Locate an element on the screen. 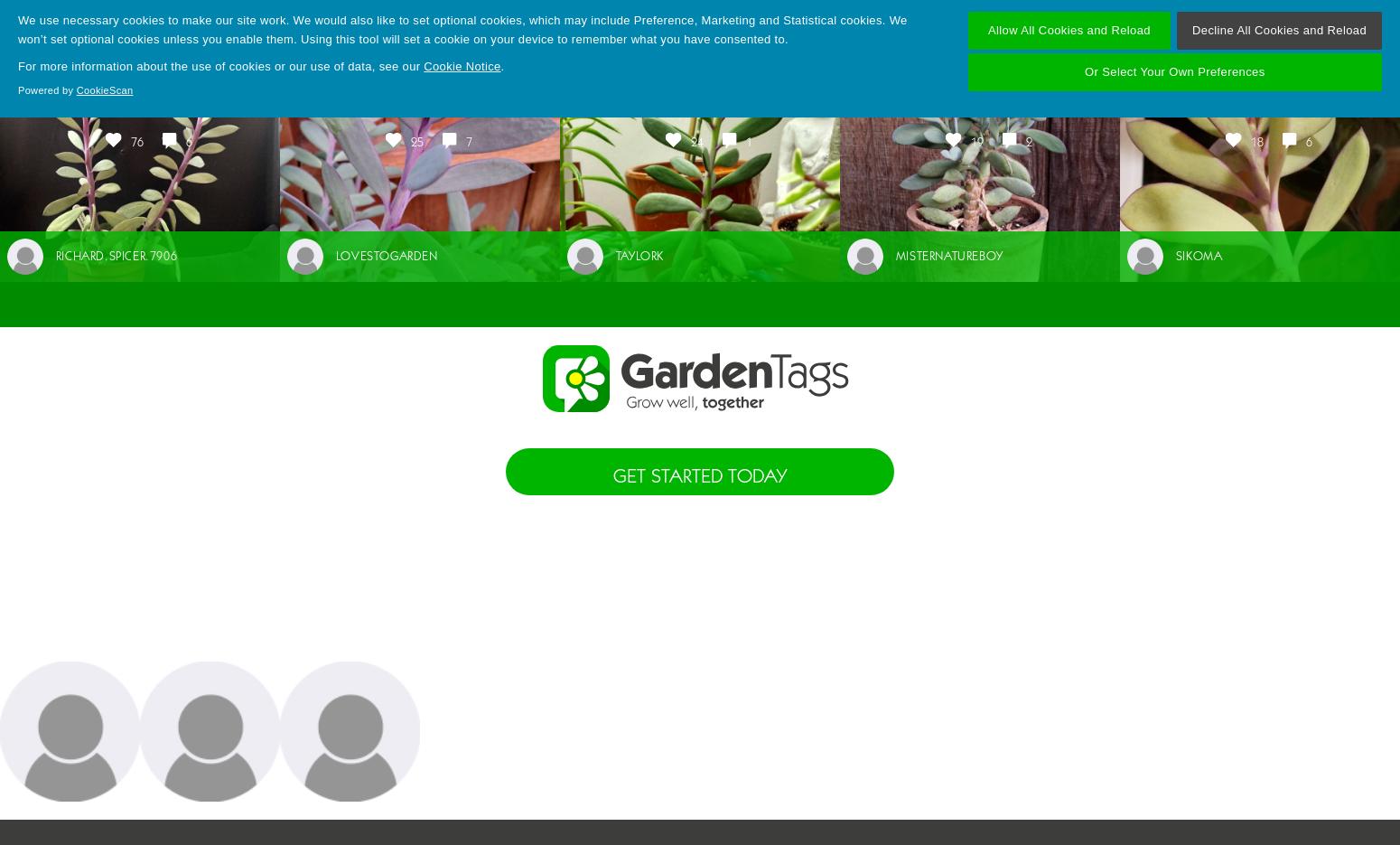  'misternatureboy' is located at coordinates (942, 253).